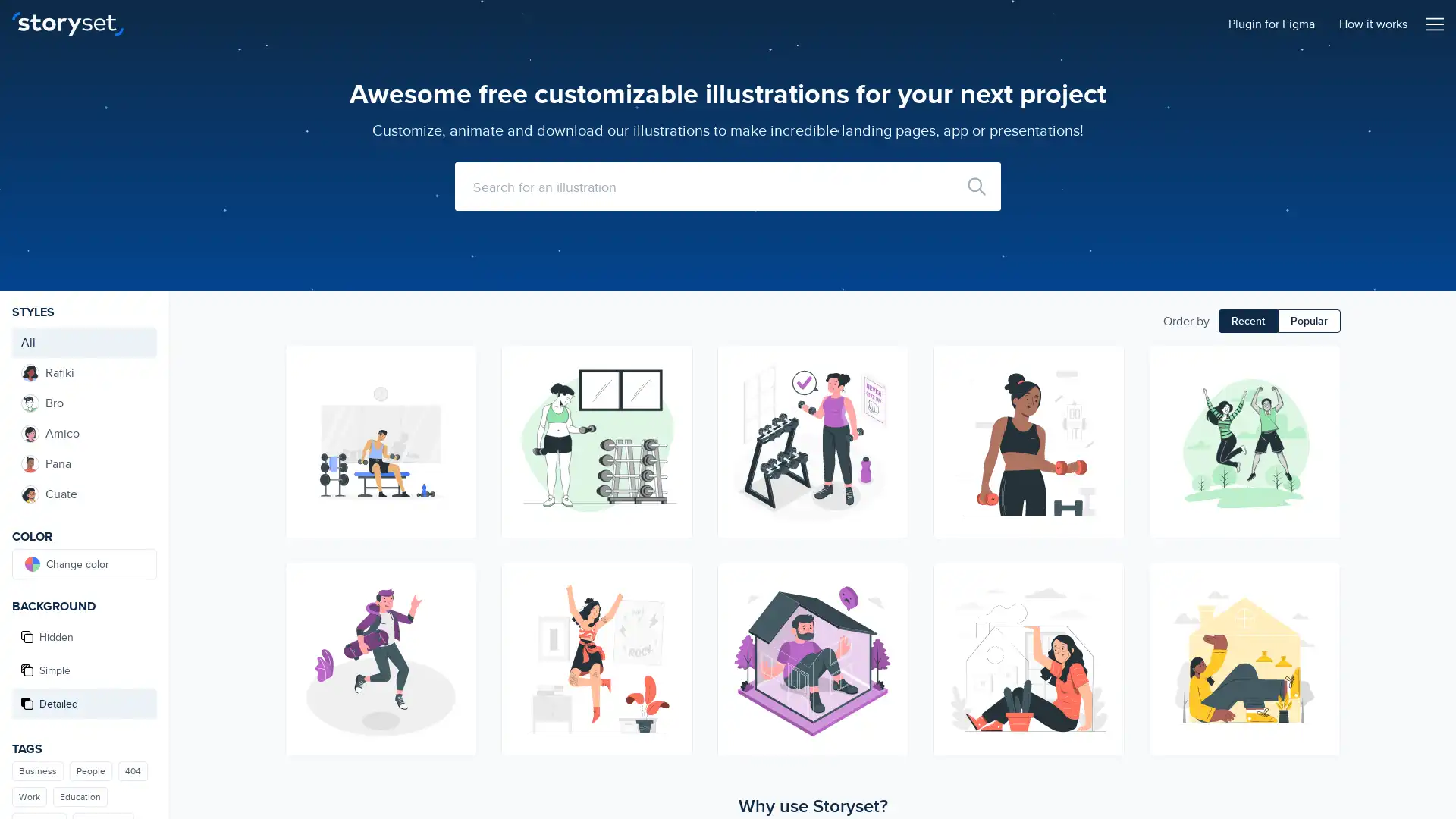  What do you see at coordinates (1320, 635) in the screenshot?
I see `Pinterest icon Save` at bounding box center [1320, 635].